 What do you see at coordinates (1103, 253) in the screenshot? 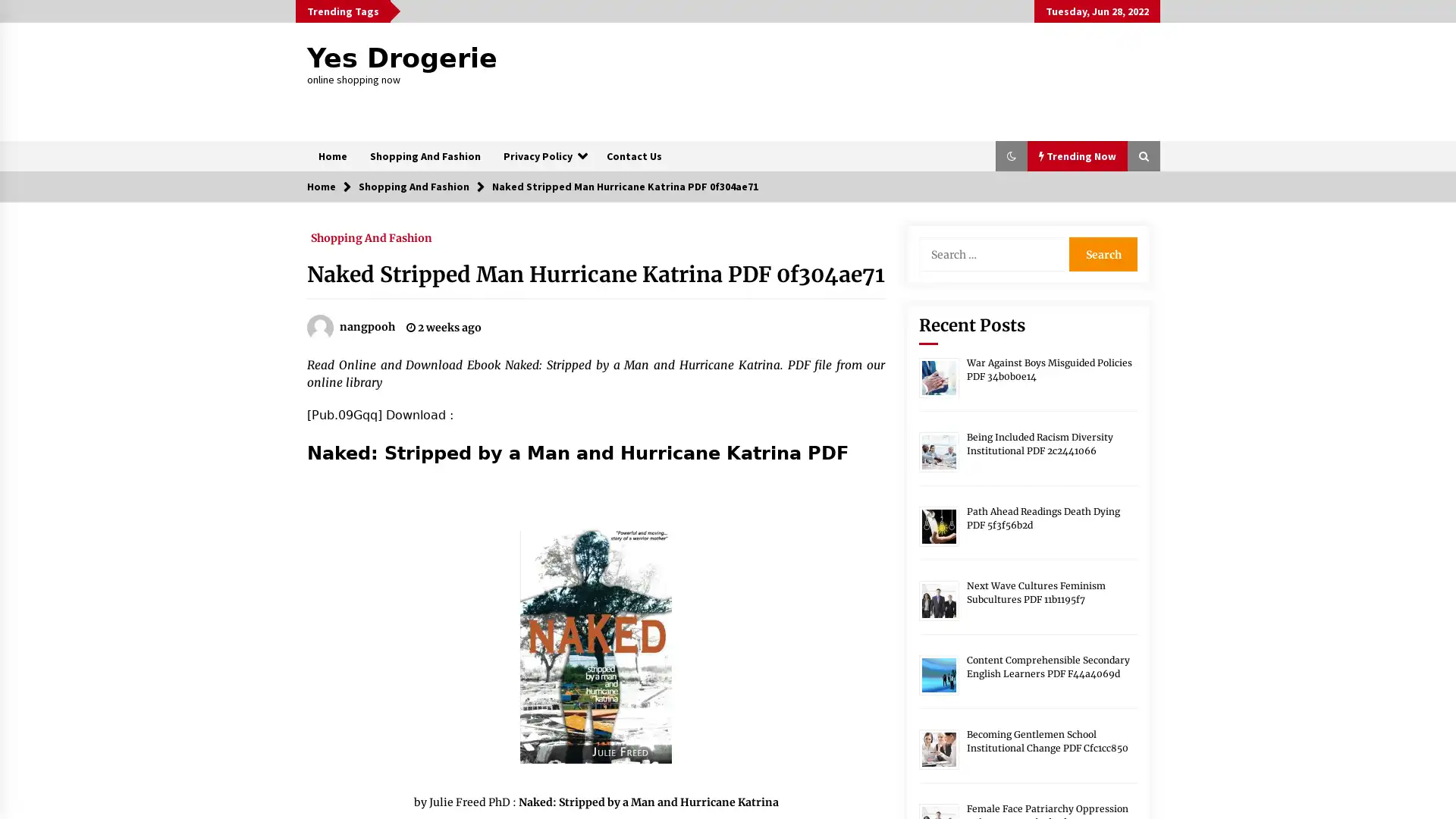
I see `Search` at bounding box center [1103, 253].